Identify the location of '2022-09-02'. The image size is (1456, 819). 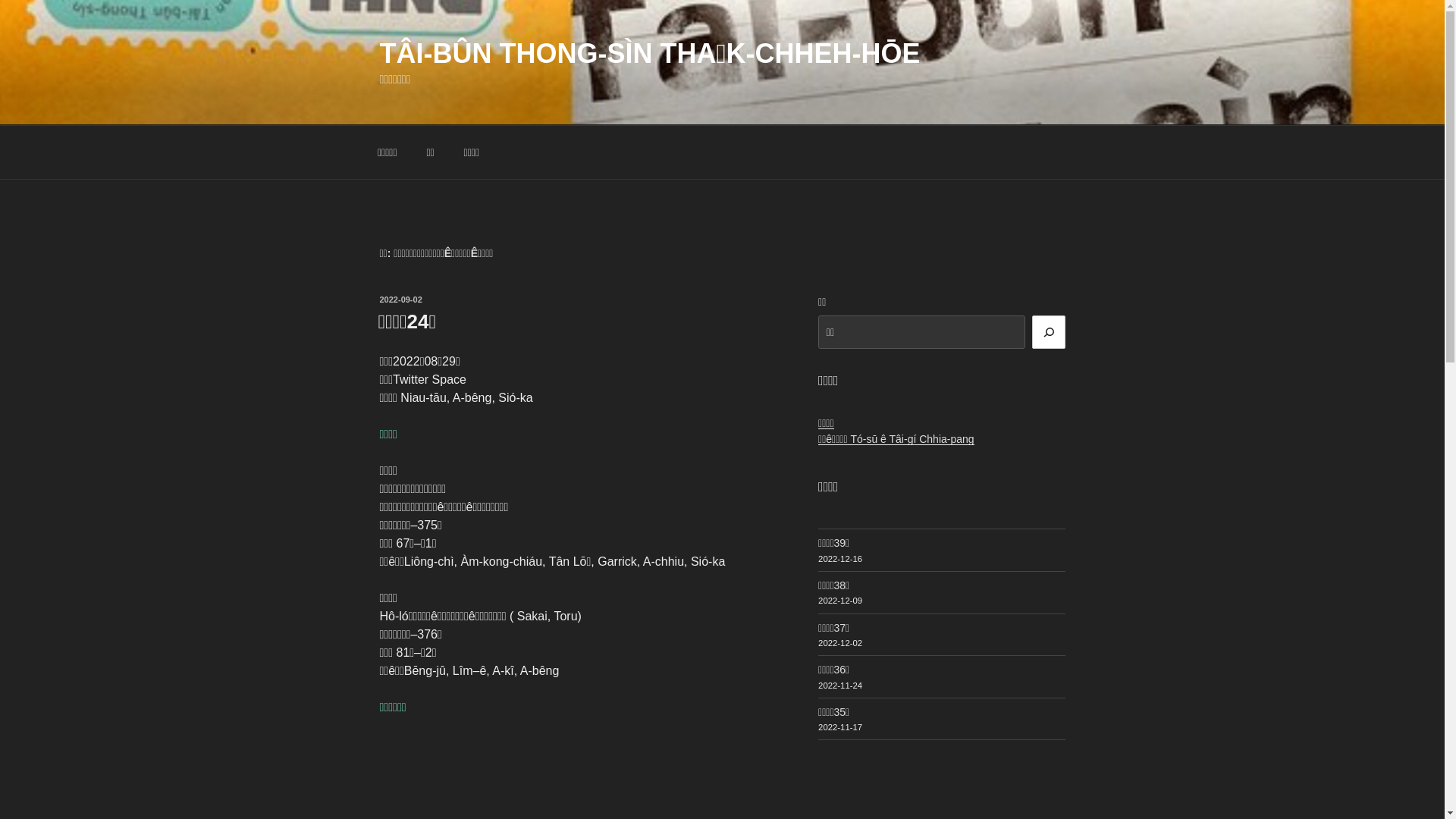
(400, 299).